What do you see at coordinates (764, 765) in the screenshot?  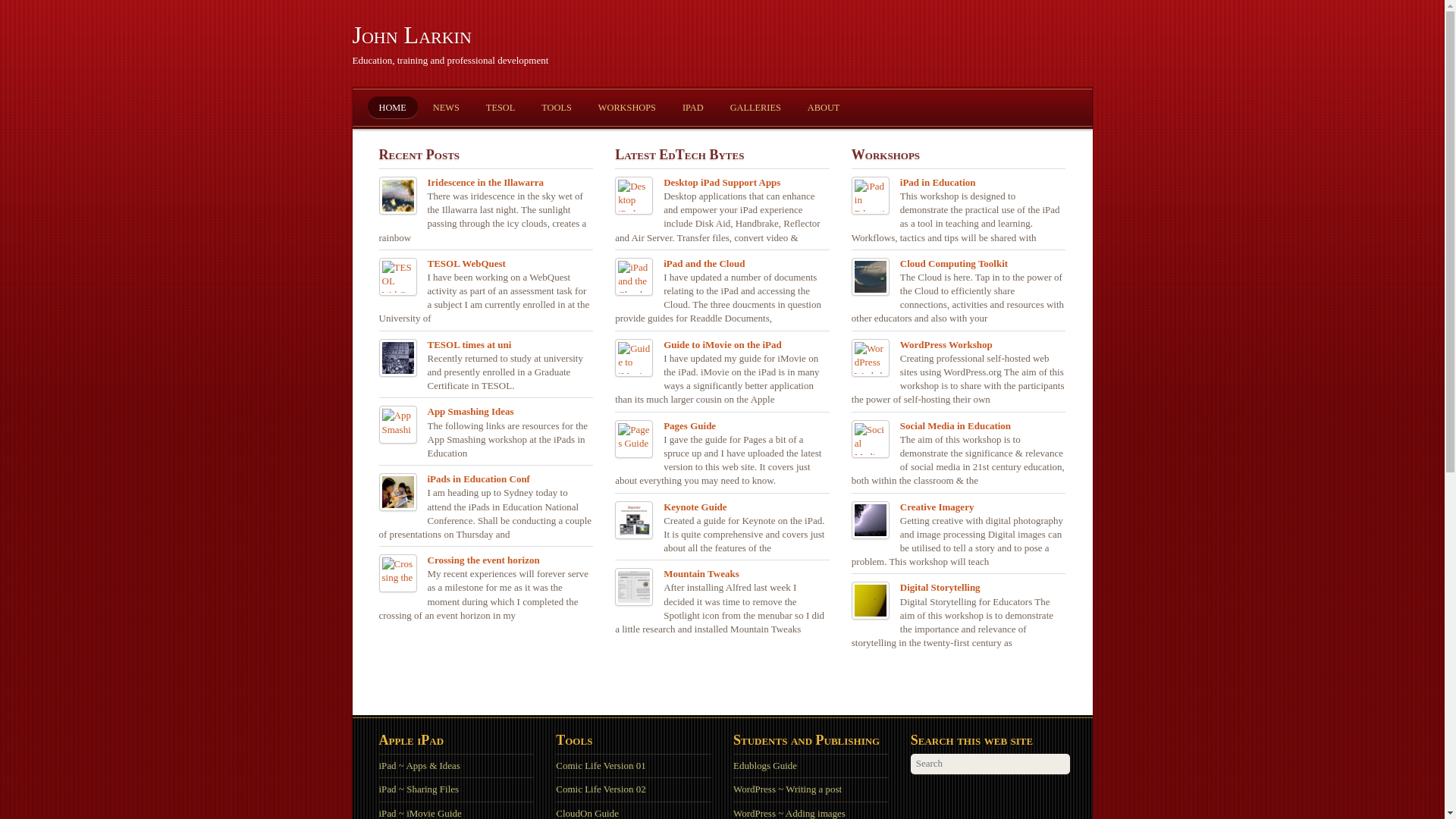 I see `'Edublogs Guide'` at bounding box center [764, 765].